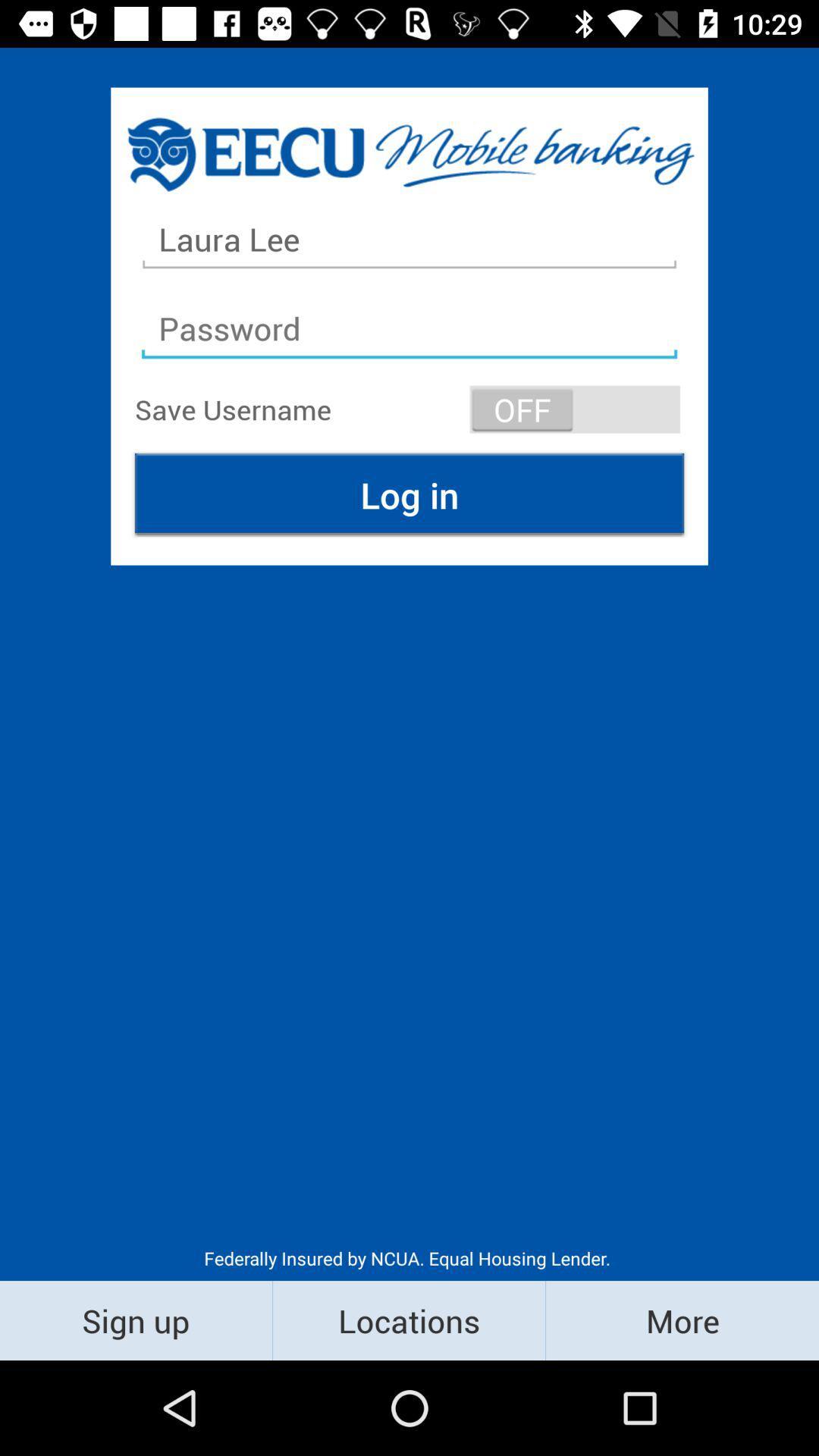 Image resolution: width=819 pixels, height=1456 pixels. What do you see at coordinates (575, 409) in the screenshot?
I see `the item above log in` at bounding box center [575, 409].